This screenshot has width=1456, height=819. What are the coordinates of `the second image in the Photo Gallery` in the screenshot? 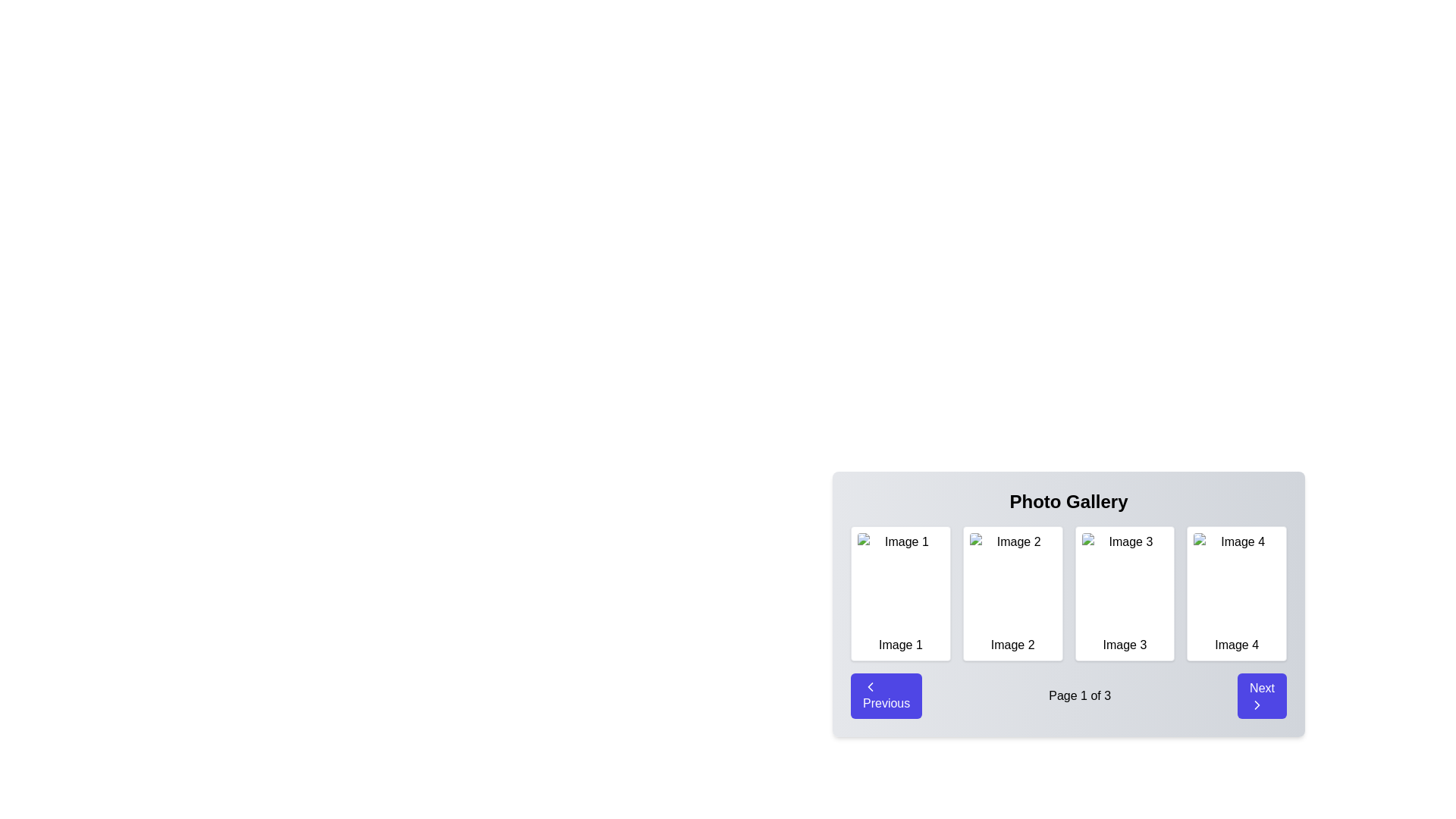 It's located at (1012, 581).